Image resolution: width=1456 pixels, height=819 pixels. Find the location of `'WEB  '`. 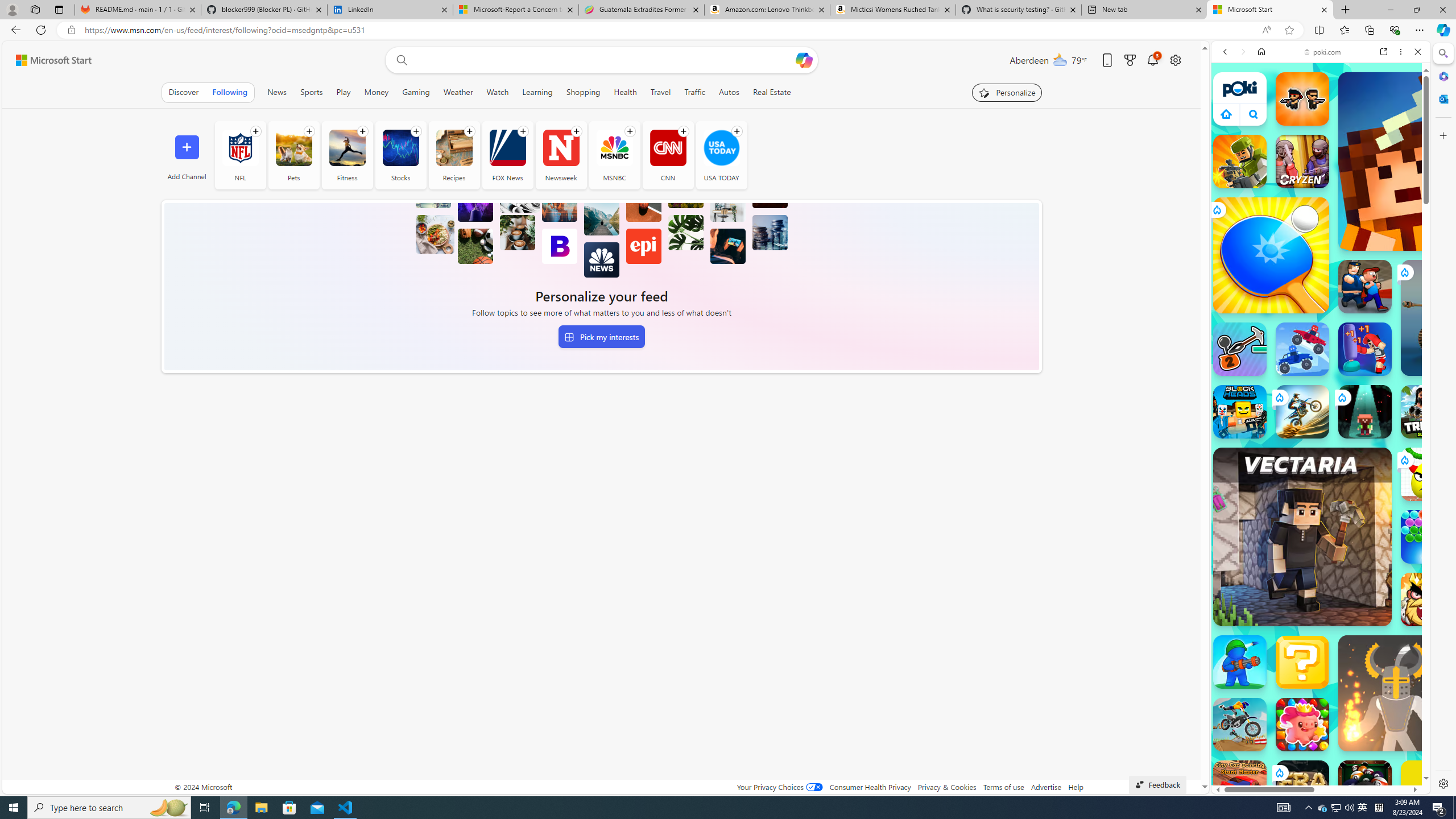

'WEB  ' is located at coordinates (1230, 130).